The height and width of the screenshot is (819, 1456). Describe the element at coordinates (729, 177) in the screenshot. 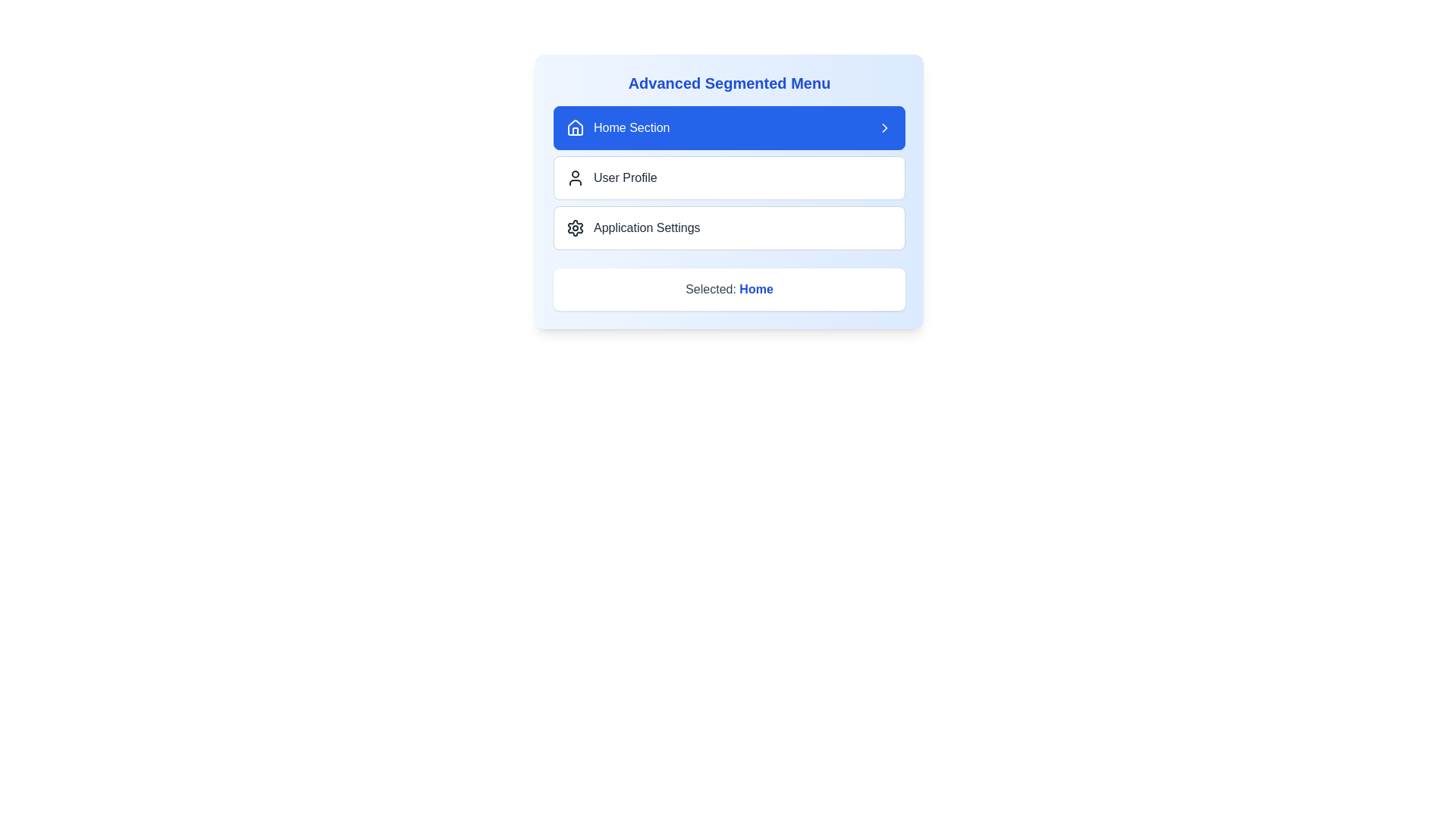

I see `the user profile button, which is the second option in the menu located below the 'Home Section' and above 'Application Settings'` at that location.